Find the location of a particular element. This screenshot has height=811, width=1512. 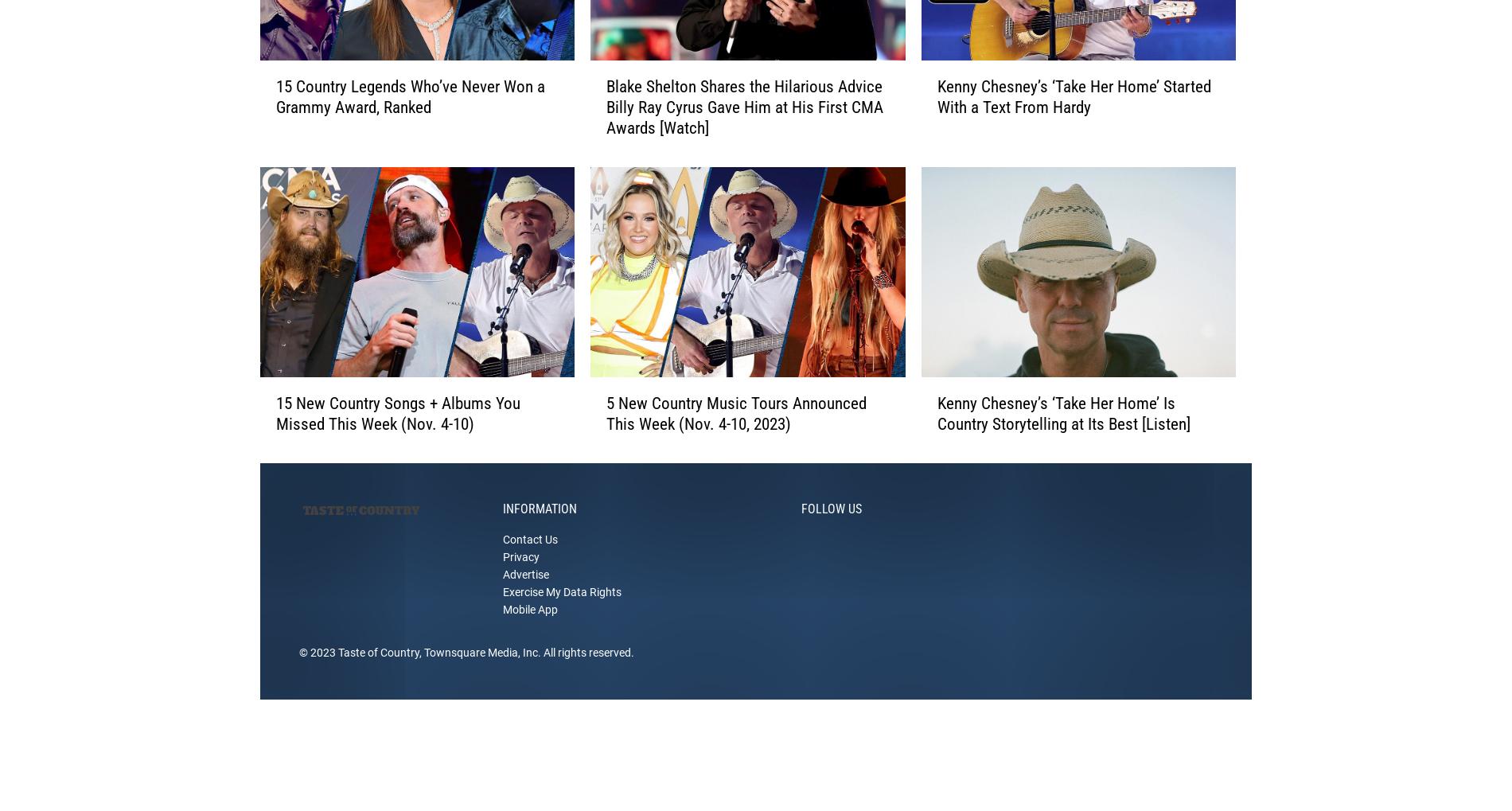

'Contact Us' is located at coordinates (530, 564).